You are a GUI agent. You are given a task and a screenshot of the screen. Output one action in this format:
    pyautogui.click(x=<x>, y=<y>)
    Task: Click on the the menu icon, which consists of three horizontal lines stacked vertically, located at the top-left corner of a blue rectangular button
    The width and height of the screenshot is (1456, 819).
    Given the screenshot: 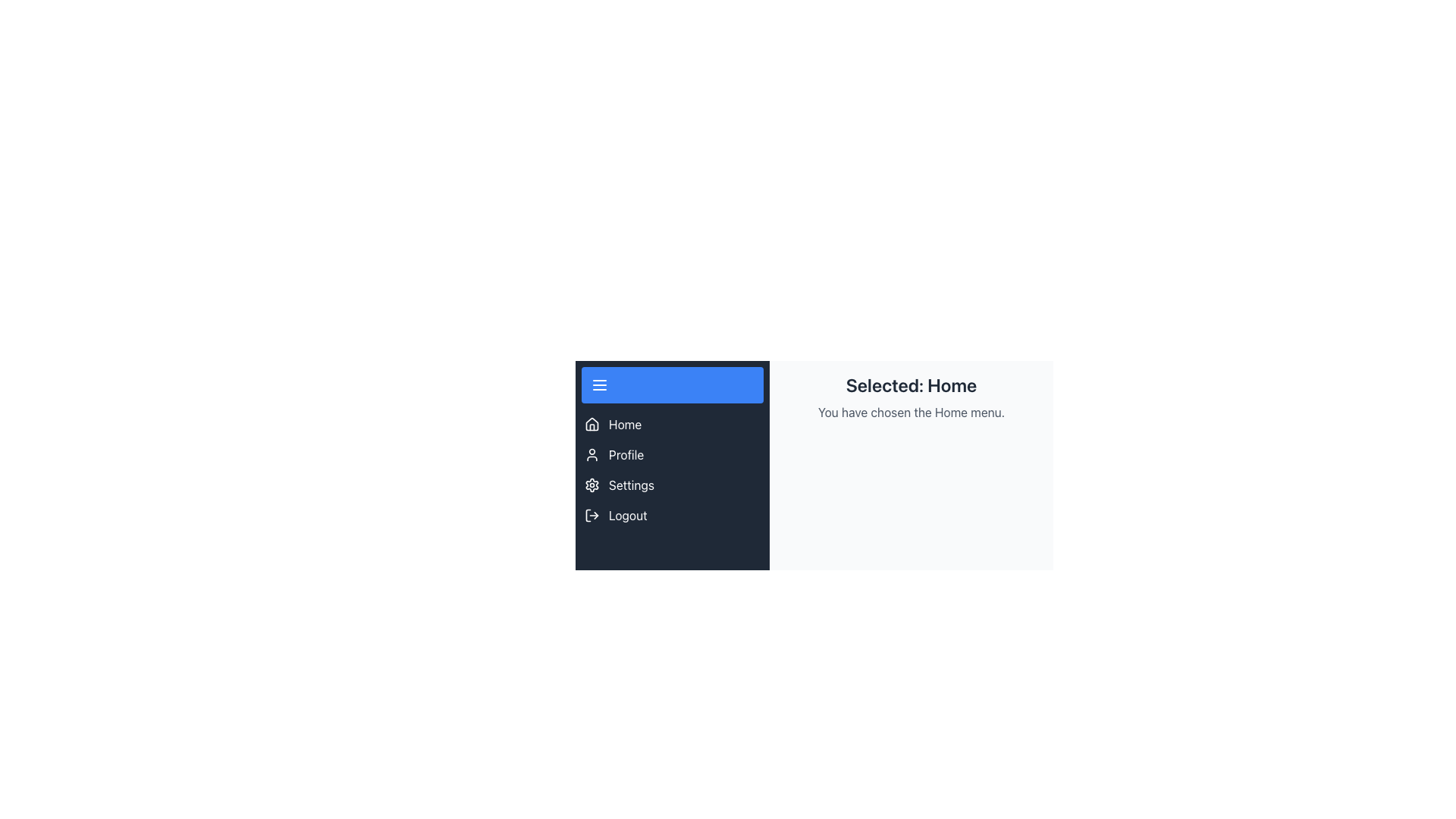 What is the action you would take?
    pyautogui.click(x=599, y=384)
    